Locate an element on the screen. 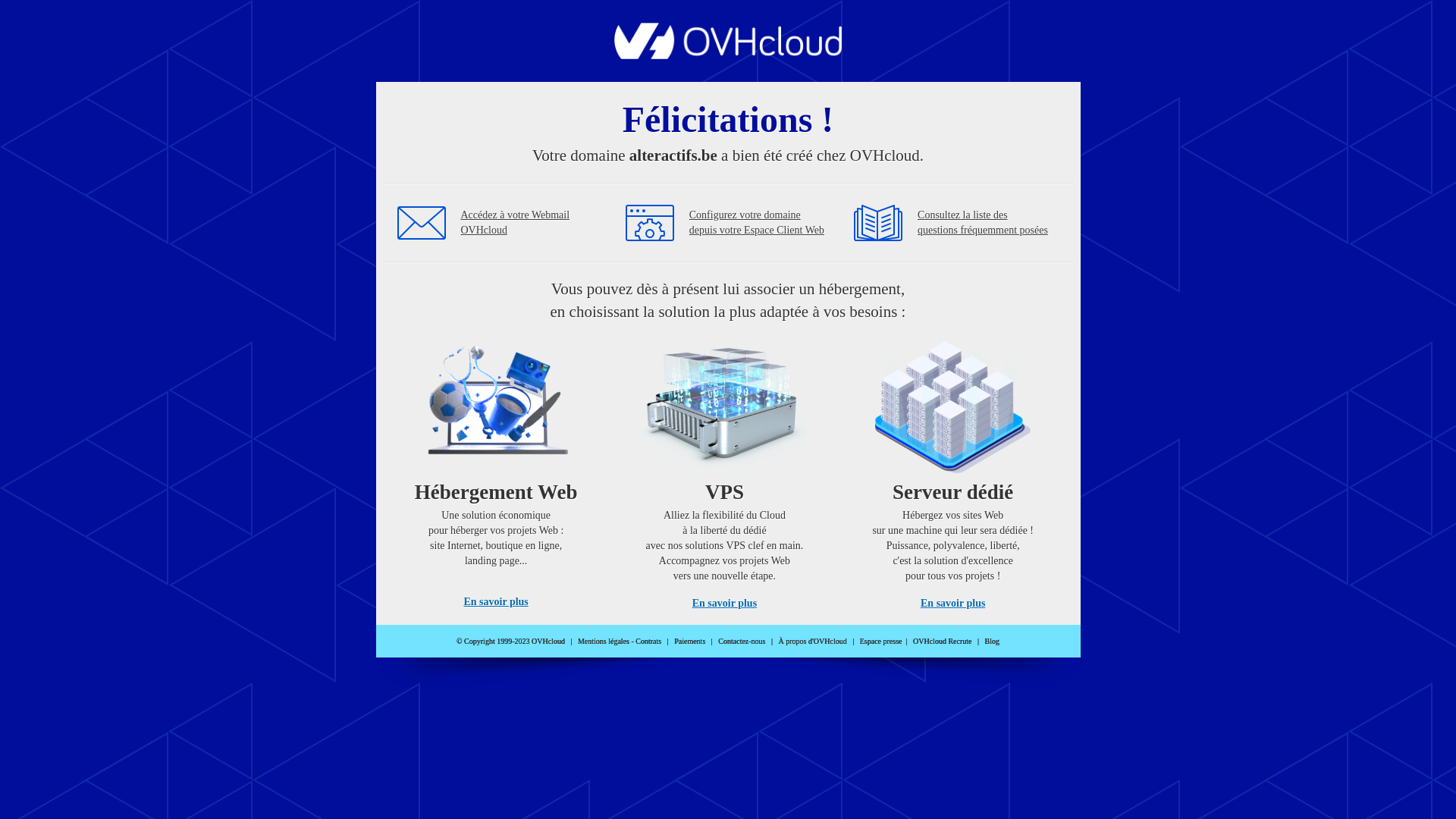 This screenshot has width=1456, height=819. 'Blog' is located at coordinates (992, 641).